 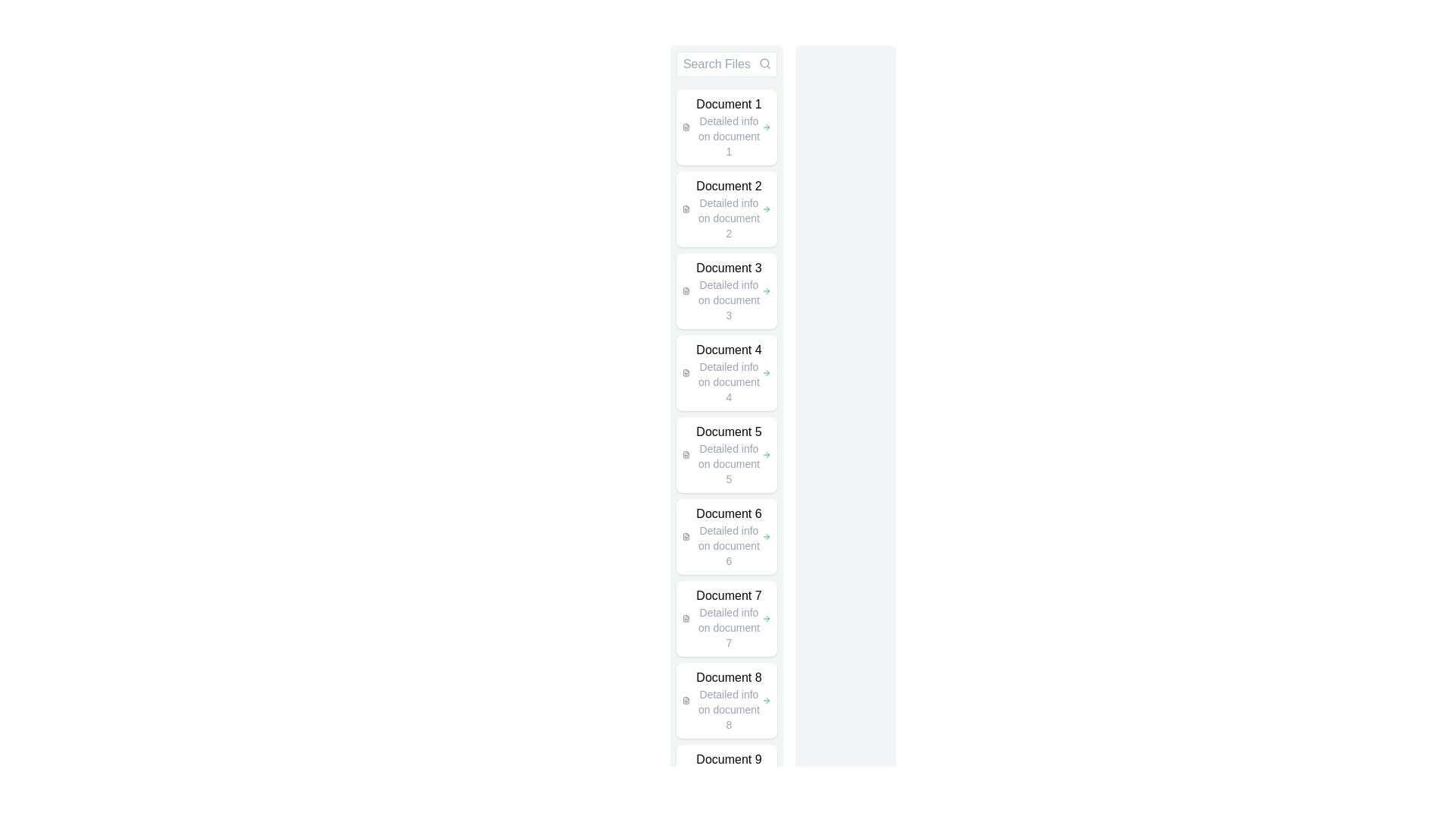 What do you see at coordinates (767, 454) in the screenshot?
I see `the rightward-pointing green arrow icon located next to the 'Detailed info on document 5' text in the fifth card of the vertical list` at bounding box center [767, 454].